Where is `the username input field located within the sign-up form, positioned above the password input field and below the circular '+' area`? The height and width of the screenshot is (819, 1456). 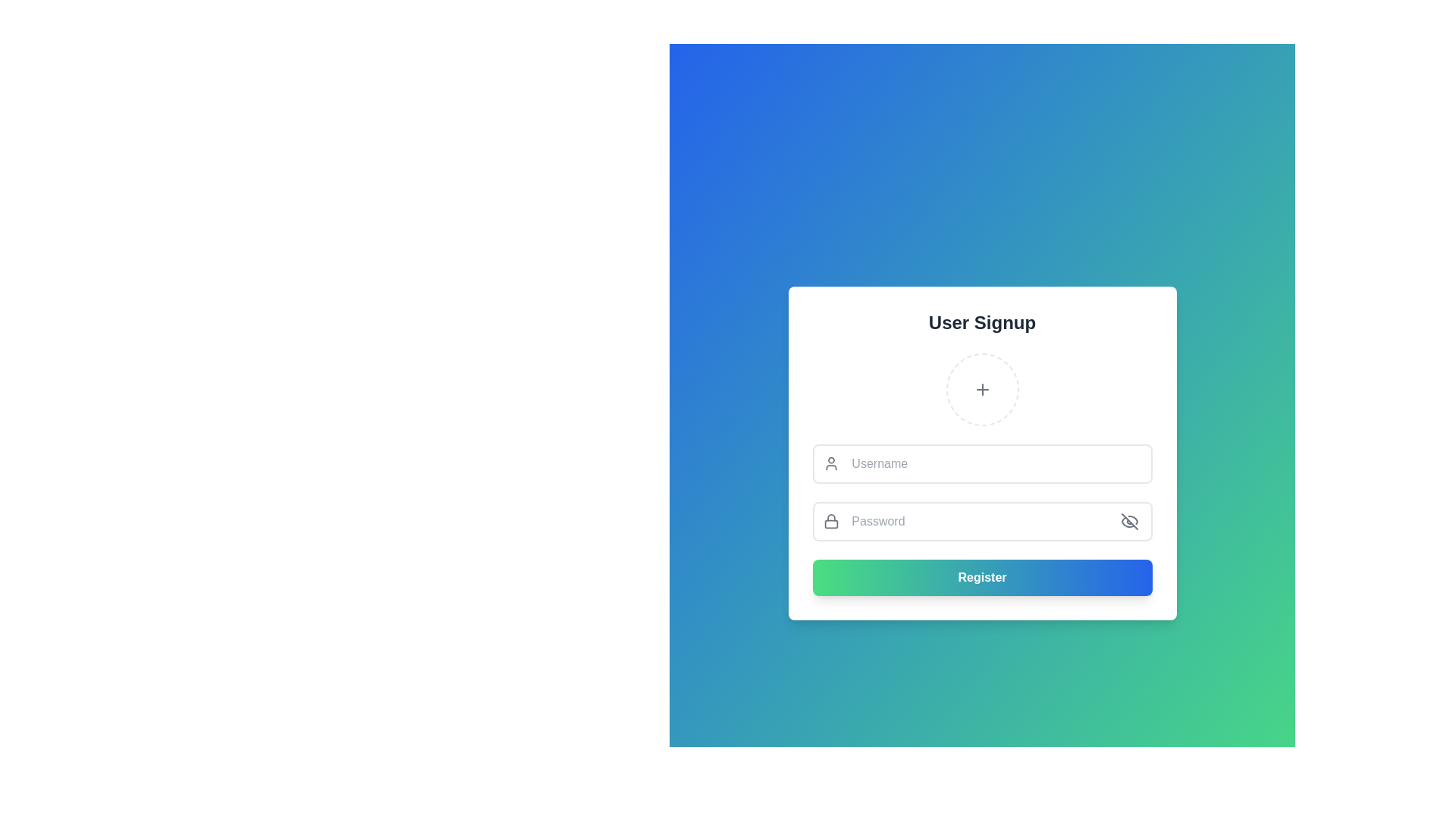
the username input field located within the sign-up form, positioned above the password input field and below the circular '+' area is located at coordinates (982, 452).